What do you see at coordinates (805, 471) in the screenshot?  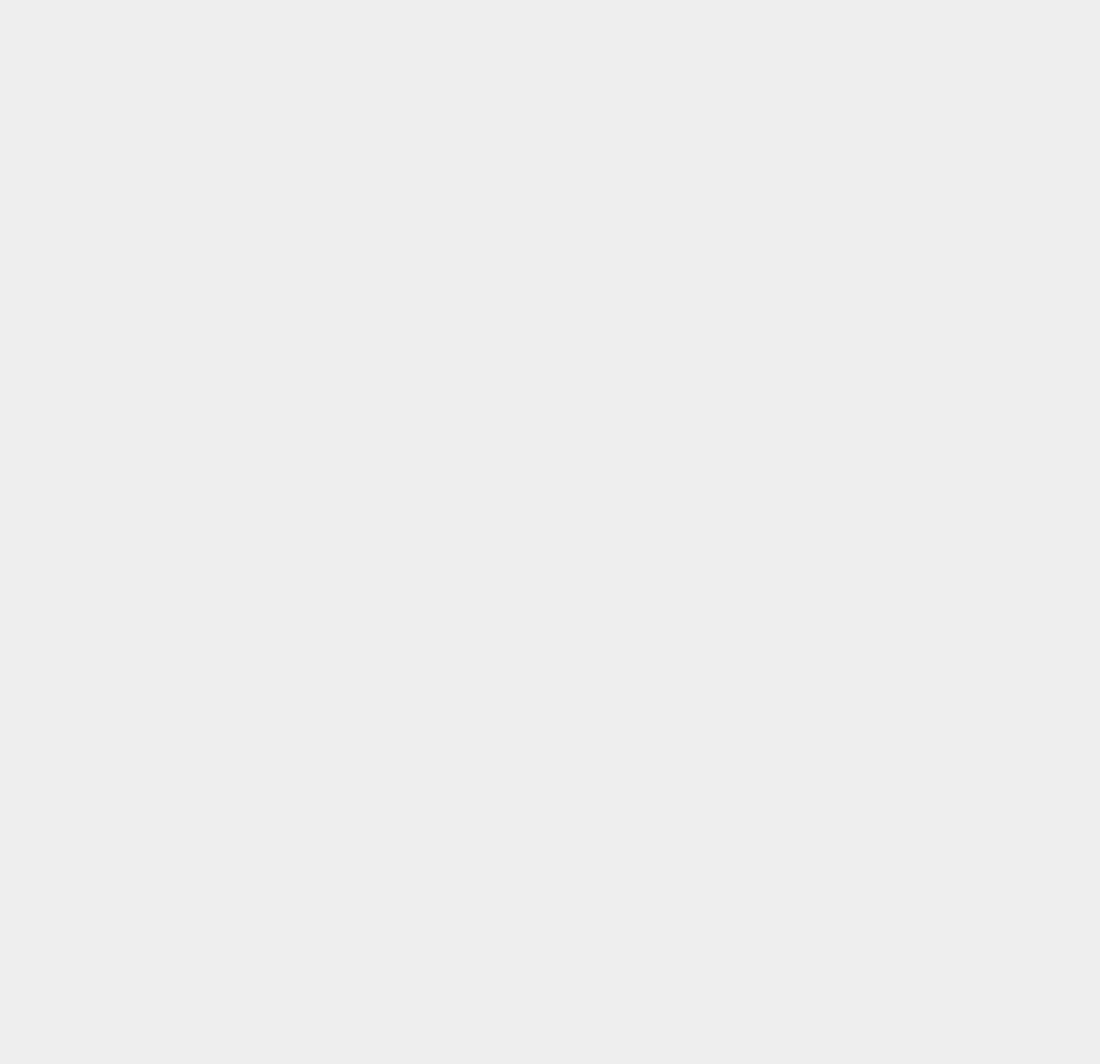 I see `'iOS 7.1.1'` at bounding box center [805, 471].